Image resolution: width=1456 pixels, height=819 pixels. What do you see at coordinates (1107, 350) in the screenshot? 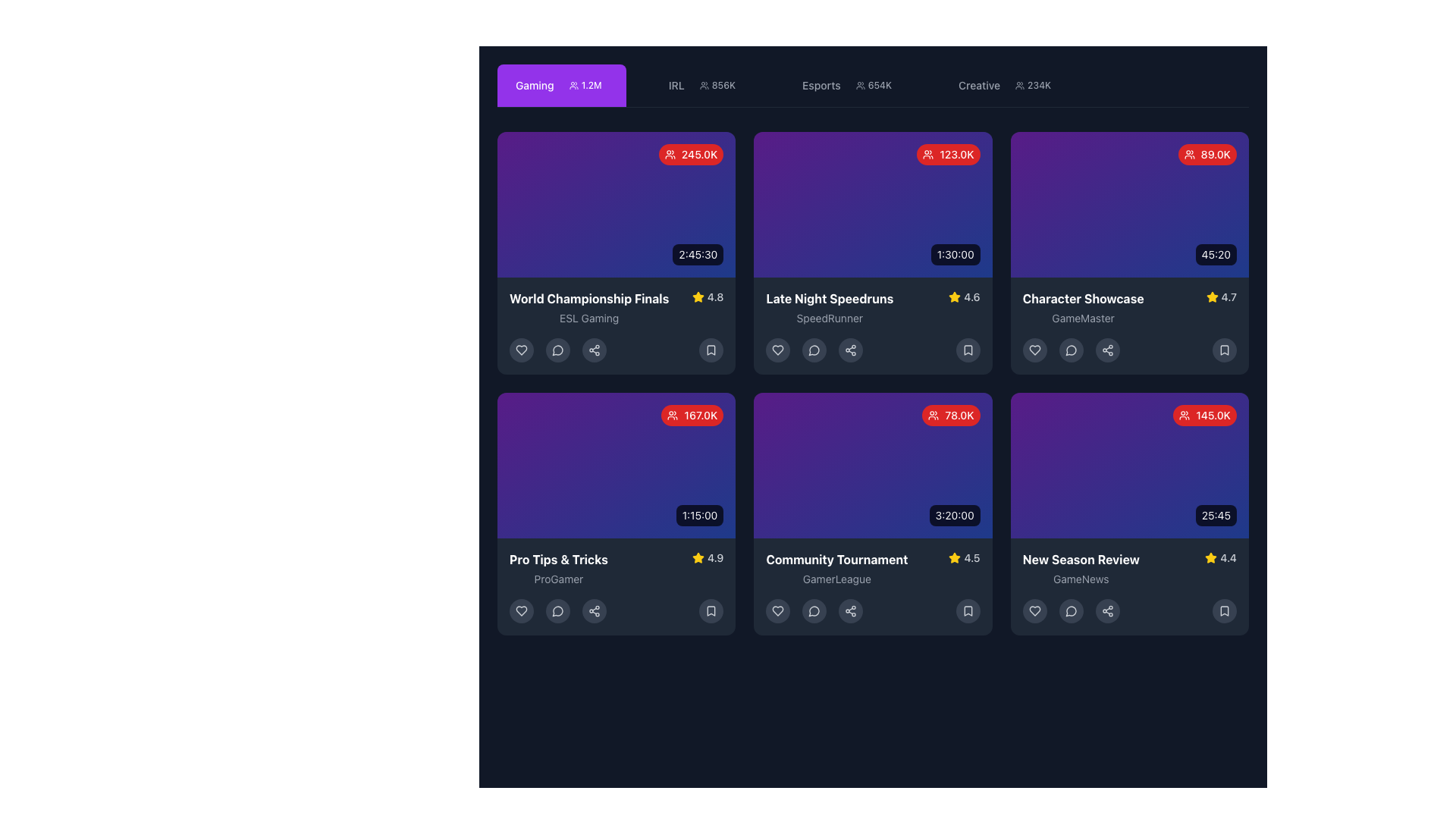
I see `the share icon button located under the 'Character Showcase' card in the second row and third column of the grid` at bounding box center [1107, 350].